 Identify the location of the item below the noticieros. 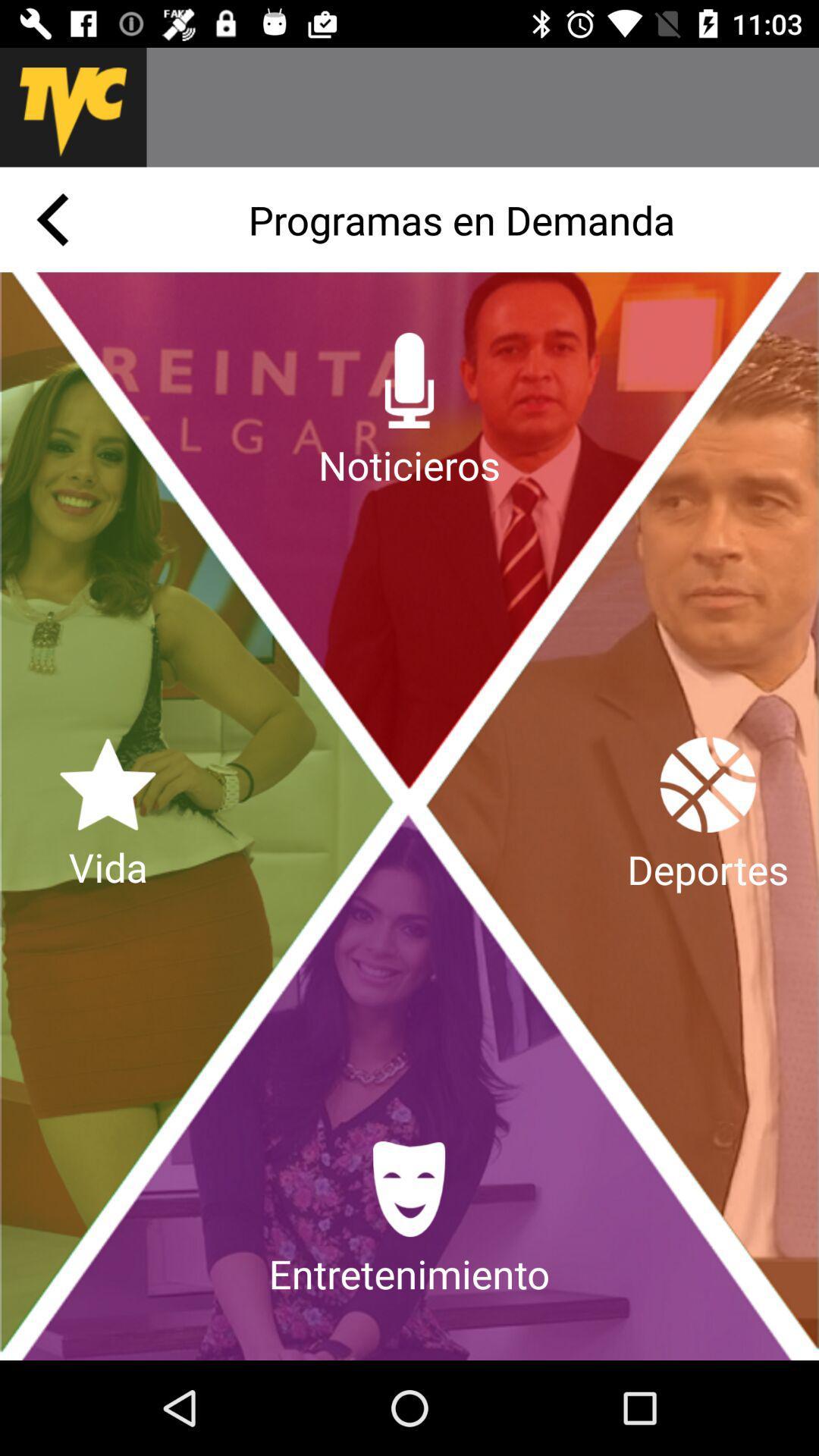
(409, 1220).